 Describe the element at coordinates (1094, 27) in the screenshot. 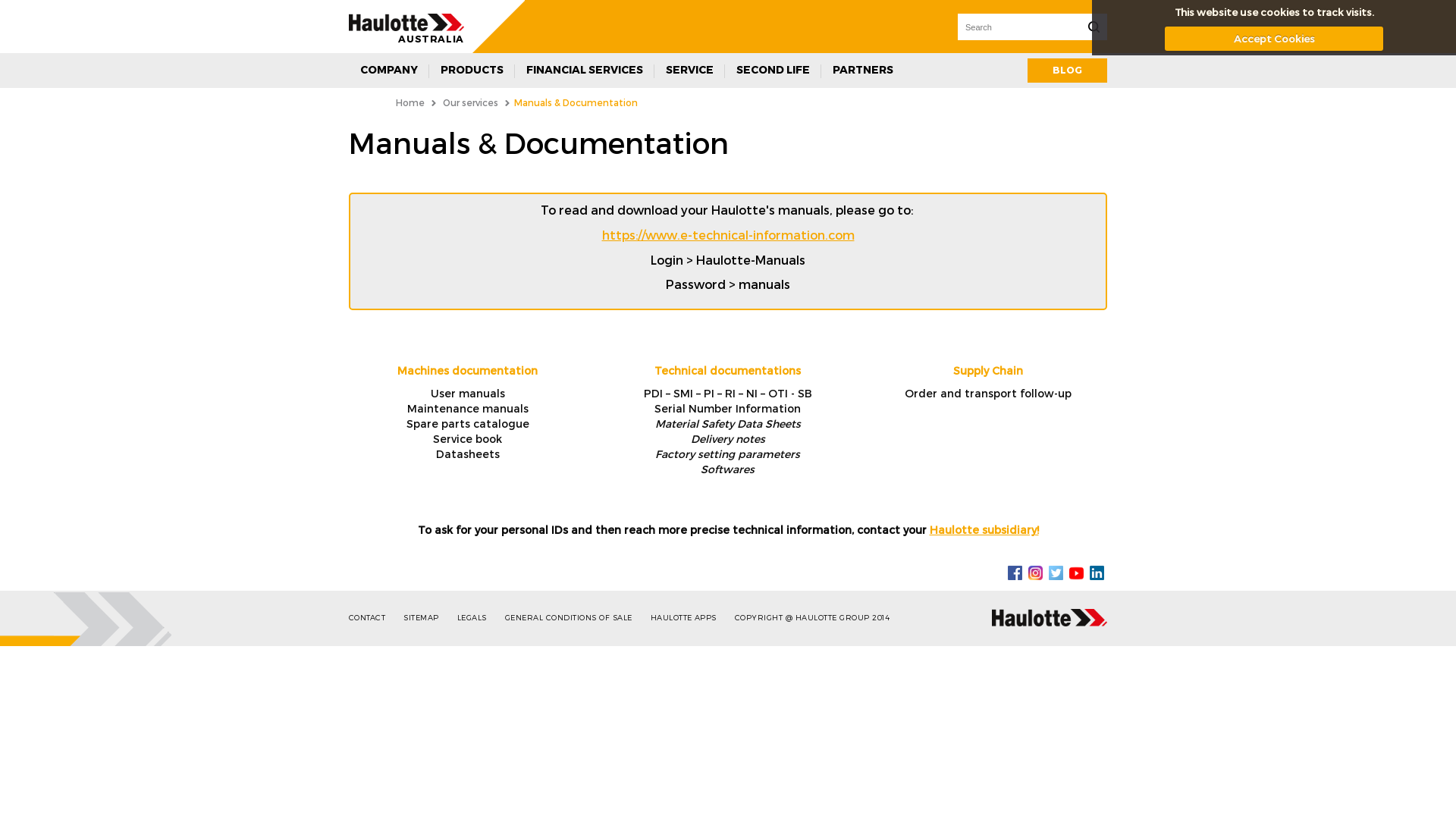

I see `'Search'` at that location.